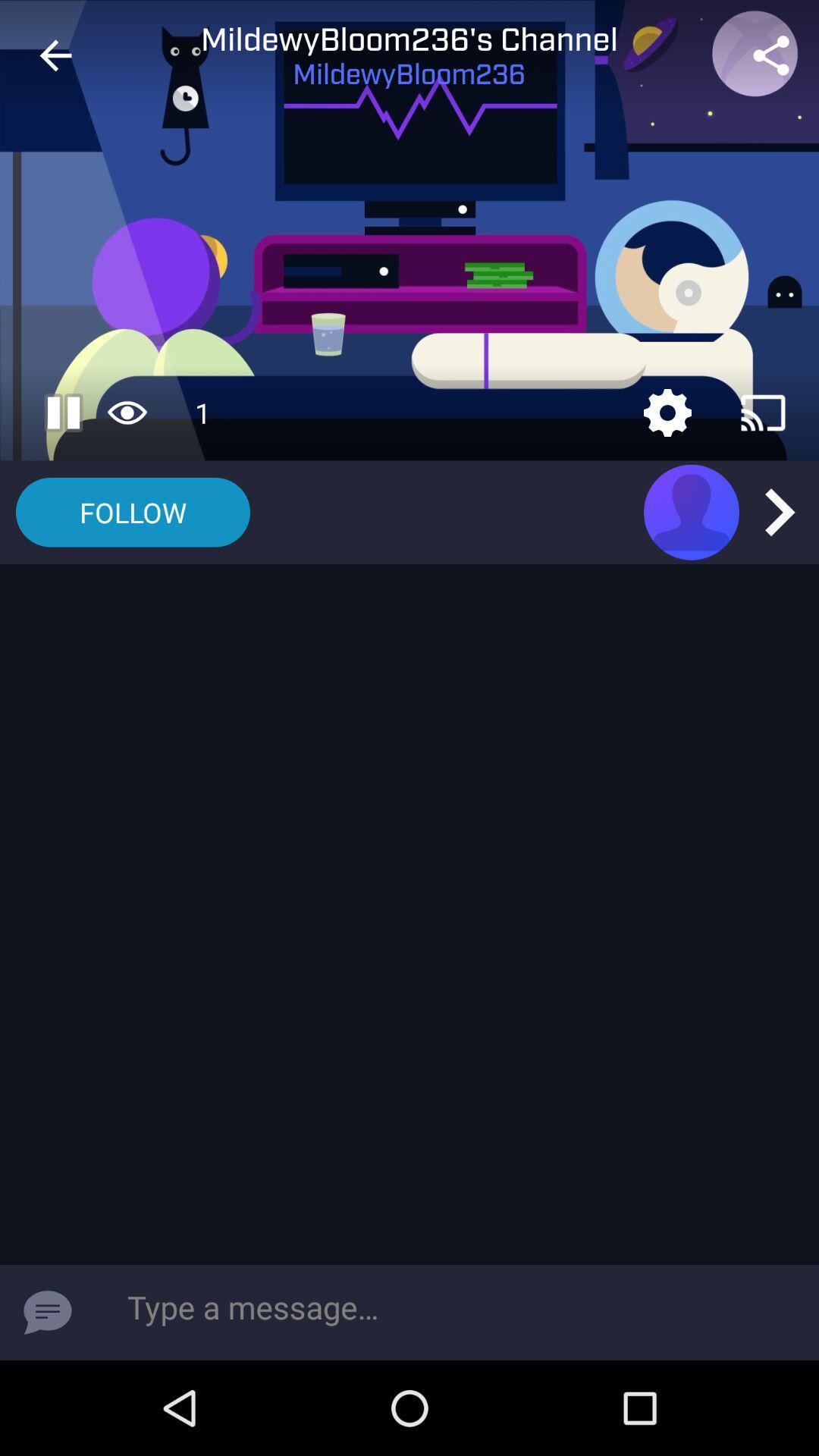 This screenshot has height=1456, width=819. What do you see at coordinates (132, 512) in the screenshot?
I see `follow item` at bounding box center [132, 512].